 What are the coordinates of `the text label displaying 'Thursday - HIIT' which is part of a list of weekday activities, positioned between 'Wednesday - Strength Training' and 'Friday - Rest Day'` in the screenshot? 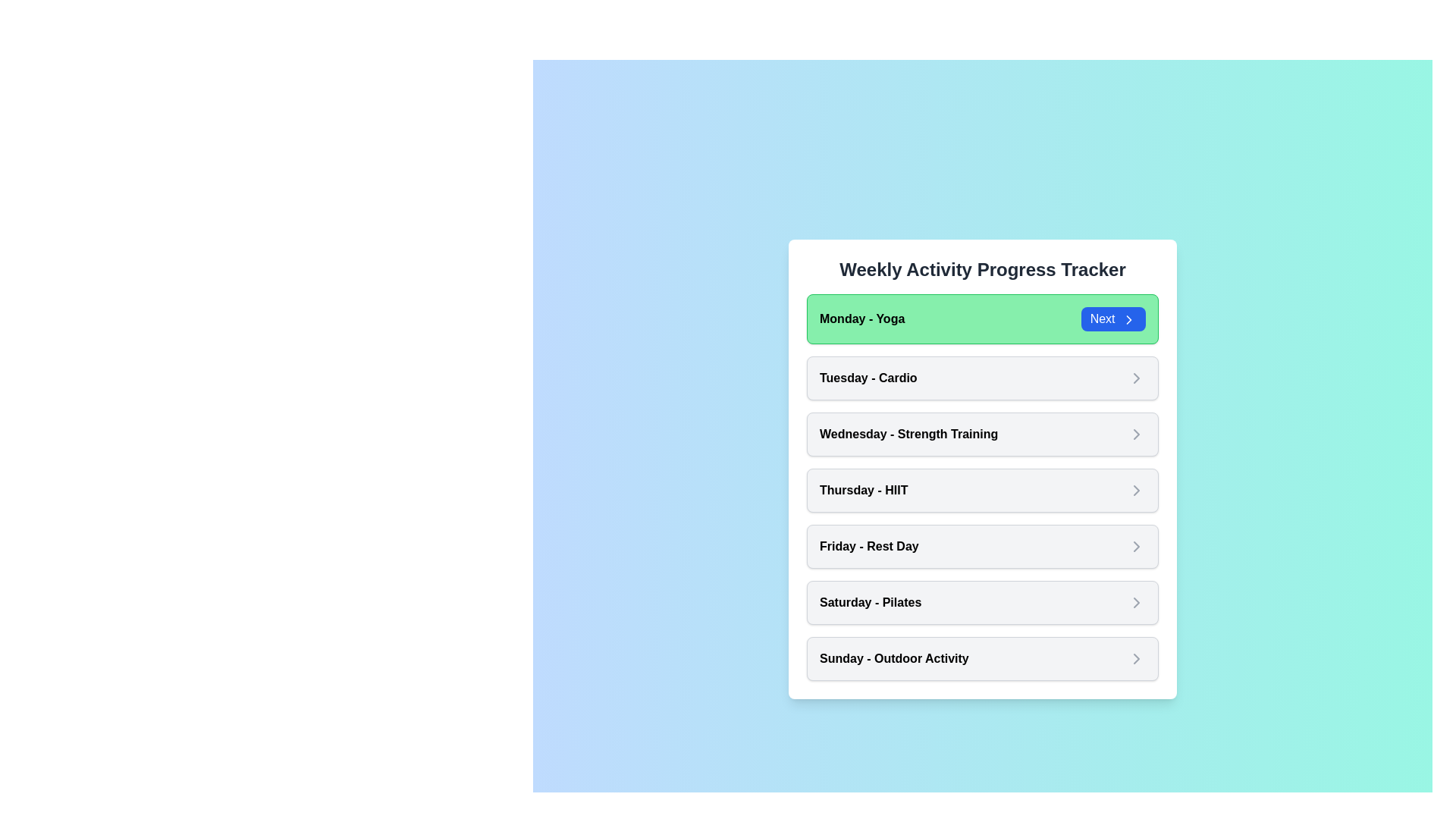 It's located at (864, 491).